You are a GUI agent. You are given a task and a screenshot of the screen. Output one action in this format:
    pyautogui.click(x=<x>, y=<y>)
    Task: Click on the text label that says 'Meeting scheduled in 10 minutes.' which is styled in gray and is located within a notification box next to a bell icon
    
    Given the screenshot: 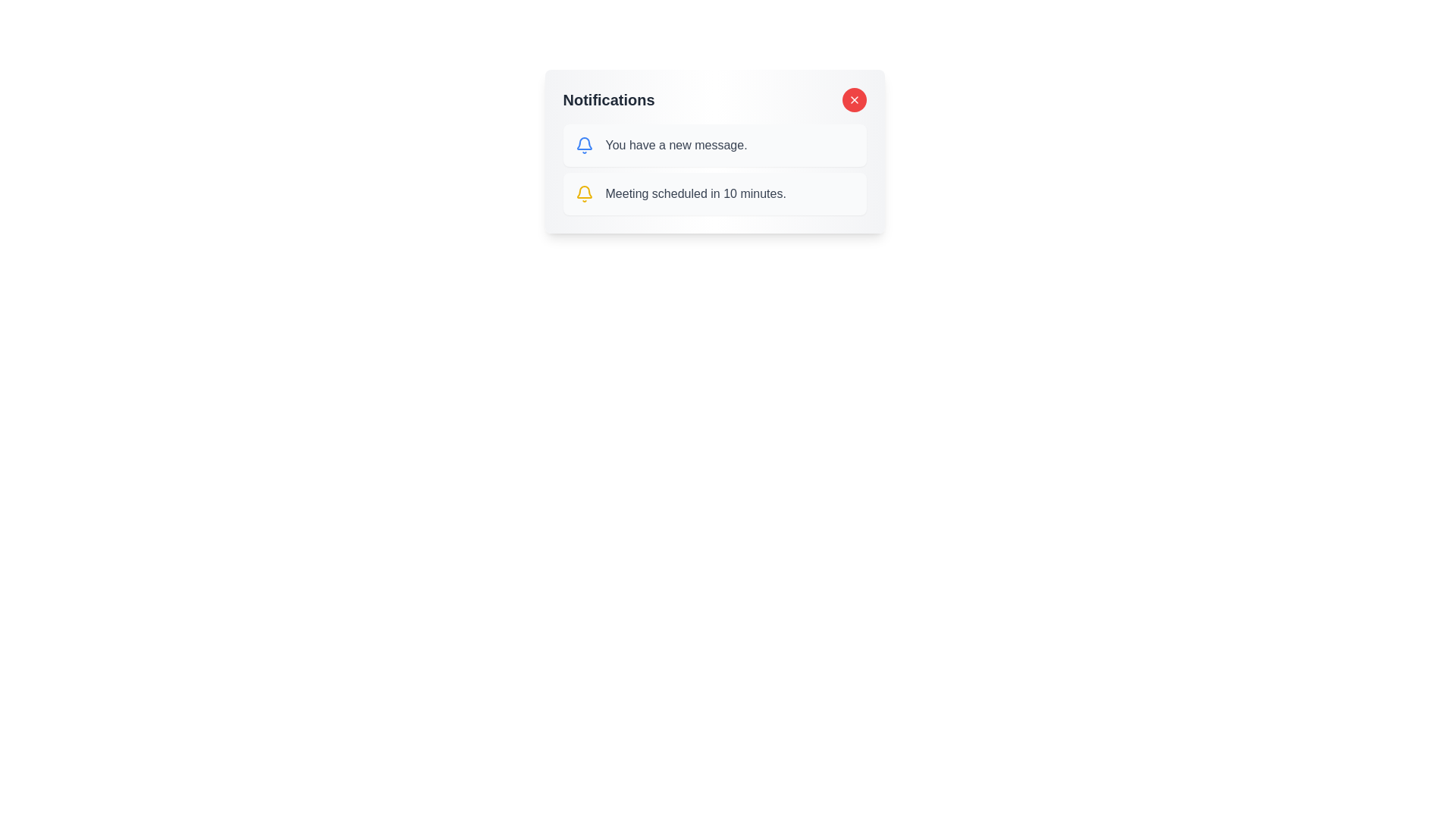 What is the action you would take?
    pyautogui.click(x=695, y=193)
    